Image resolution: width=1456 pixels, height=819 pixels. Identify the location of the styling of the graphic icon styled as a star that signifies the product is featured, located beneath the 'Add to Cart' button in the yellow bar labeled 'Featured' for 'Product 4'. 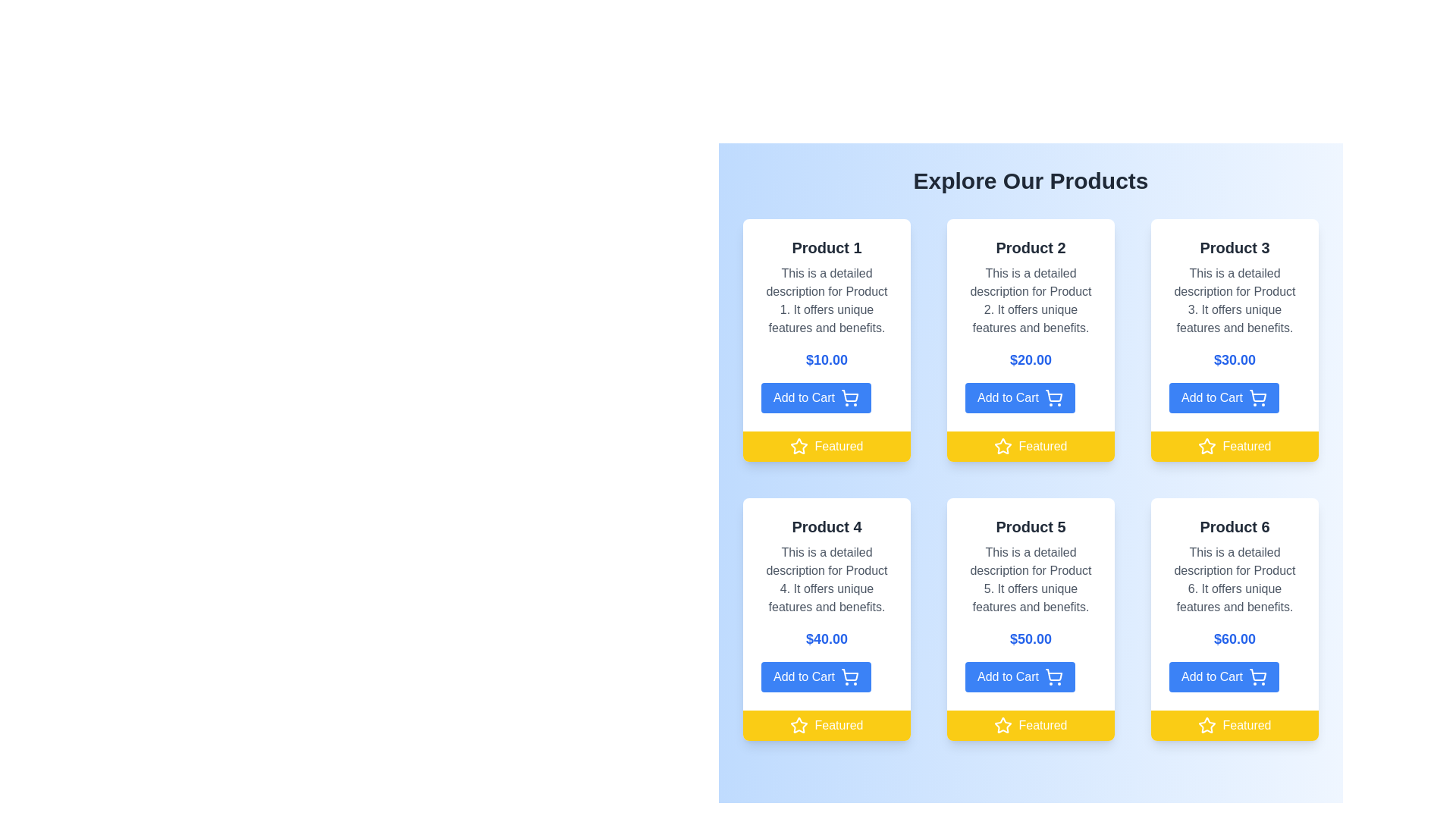
(799, 724).